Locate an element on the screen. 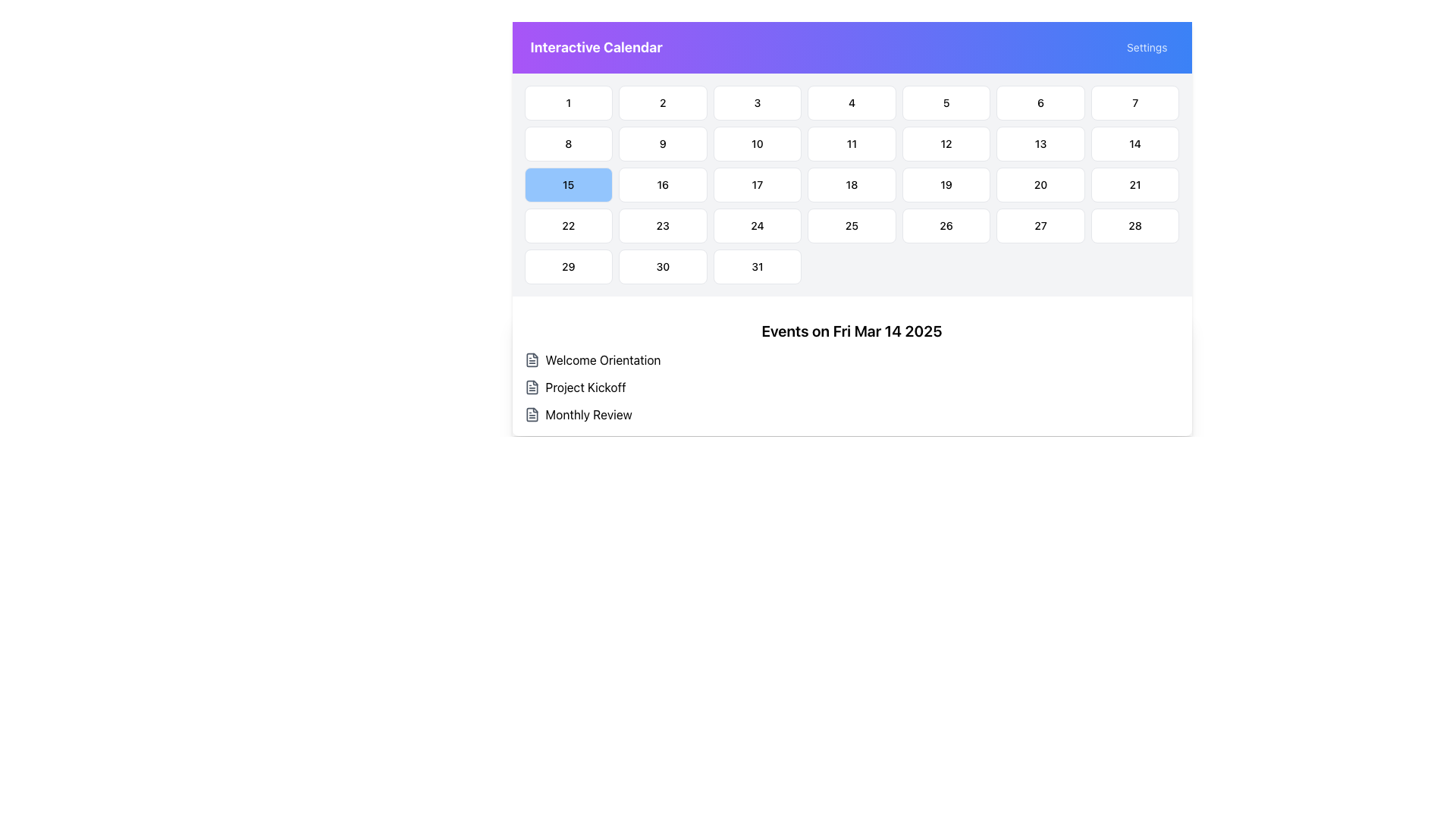 The image size is (1456, 819). the static text displaying '15' which is bold and centered within a blue rounded rectangular background in the second column of the third row is located at coordinates (567, 184).